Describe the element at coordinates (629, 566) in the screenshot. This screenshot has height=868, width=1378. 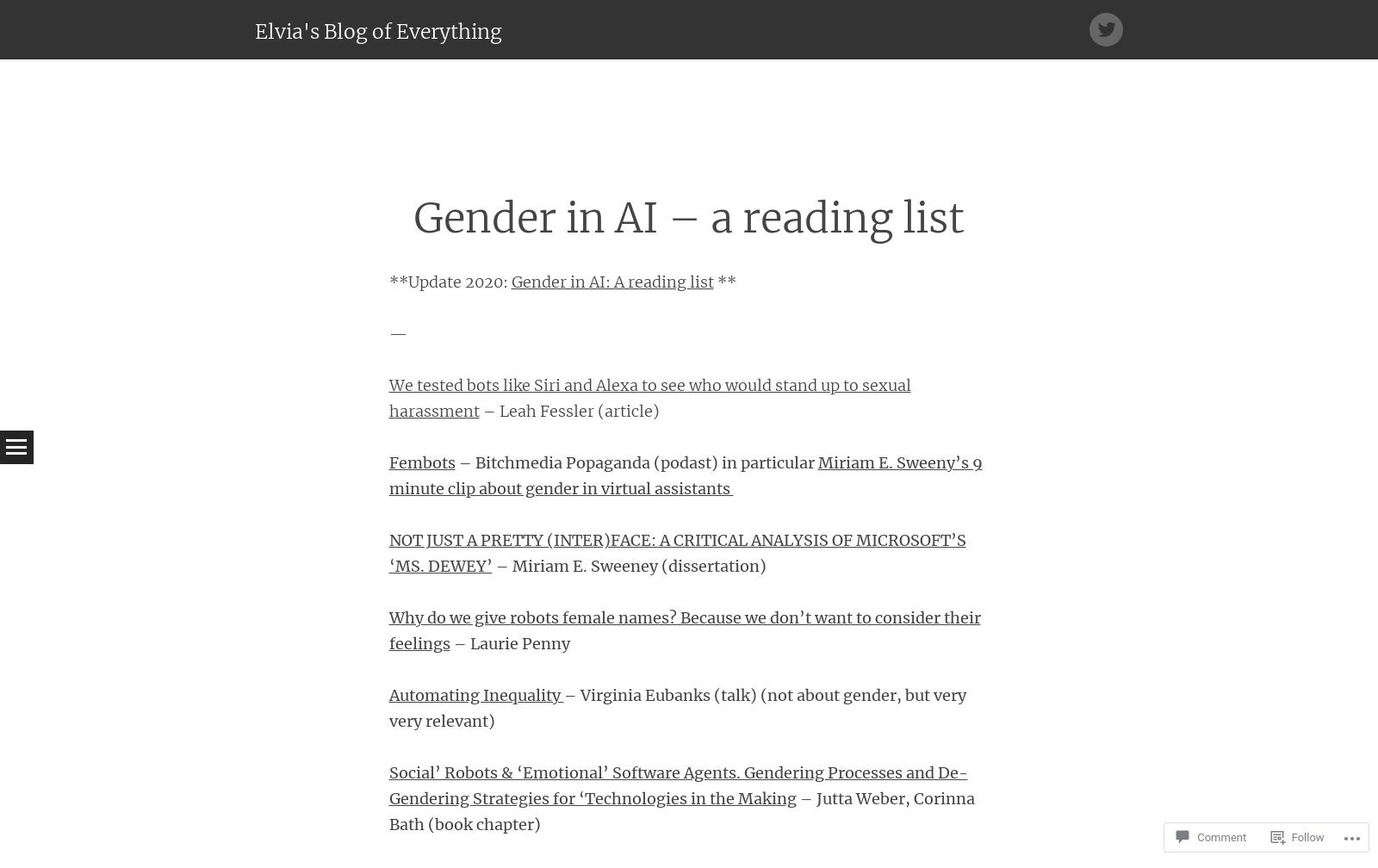
I see `'– Miriam E. Sweeney (dissertation)'` at that location.